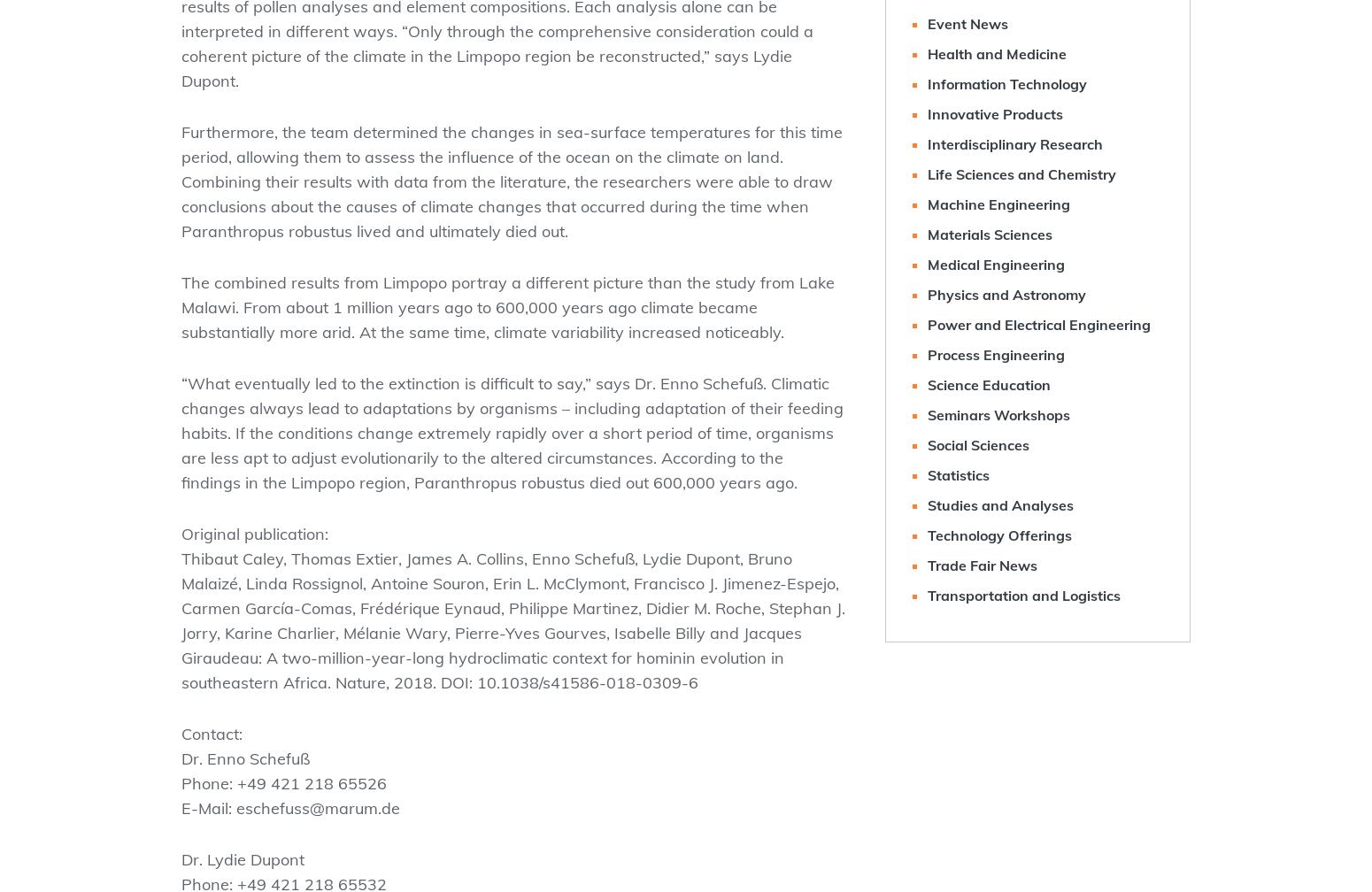 This screenshot has width=1372, height=892. What do you see at coordinates (999, 505) in the screenshot?
I see `'Studies and Analyses'` at bounding box center [999, 505].